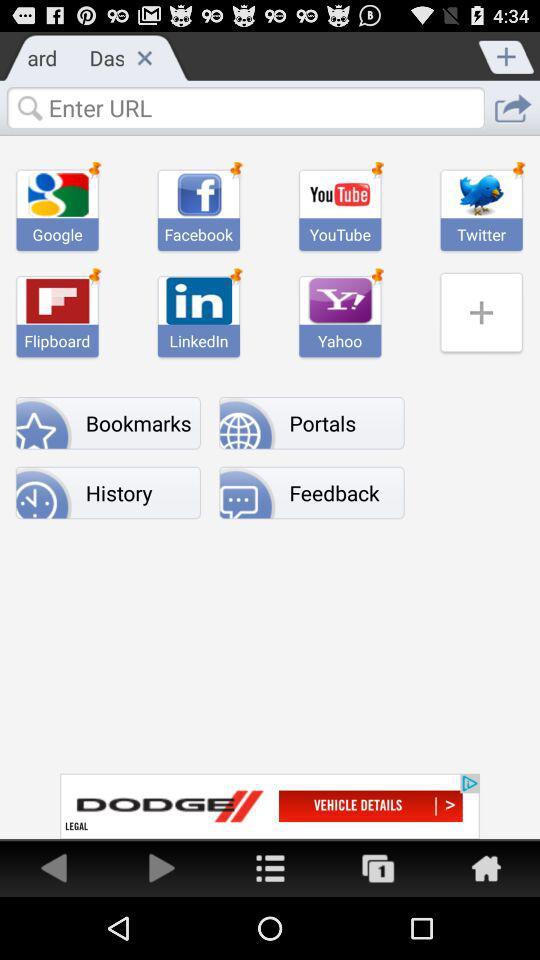 The image size is (540, 960). What do you see at coordinates (161, 866) in the screenshot?
I see `previous` at bounding box center [161, 866].